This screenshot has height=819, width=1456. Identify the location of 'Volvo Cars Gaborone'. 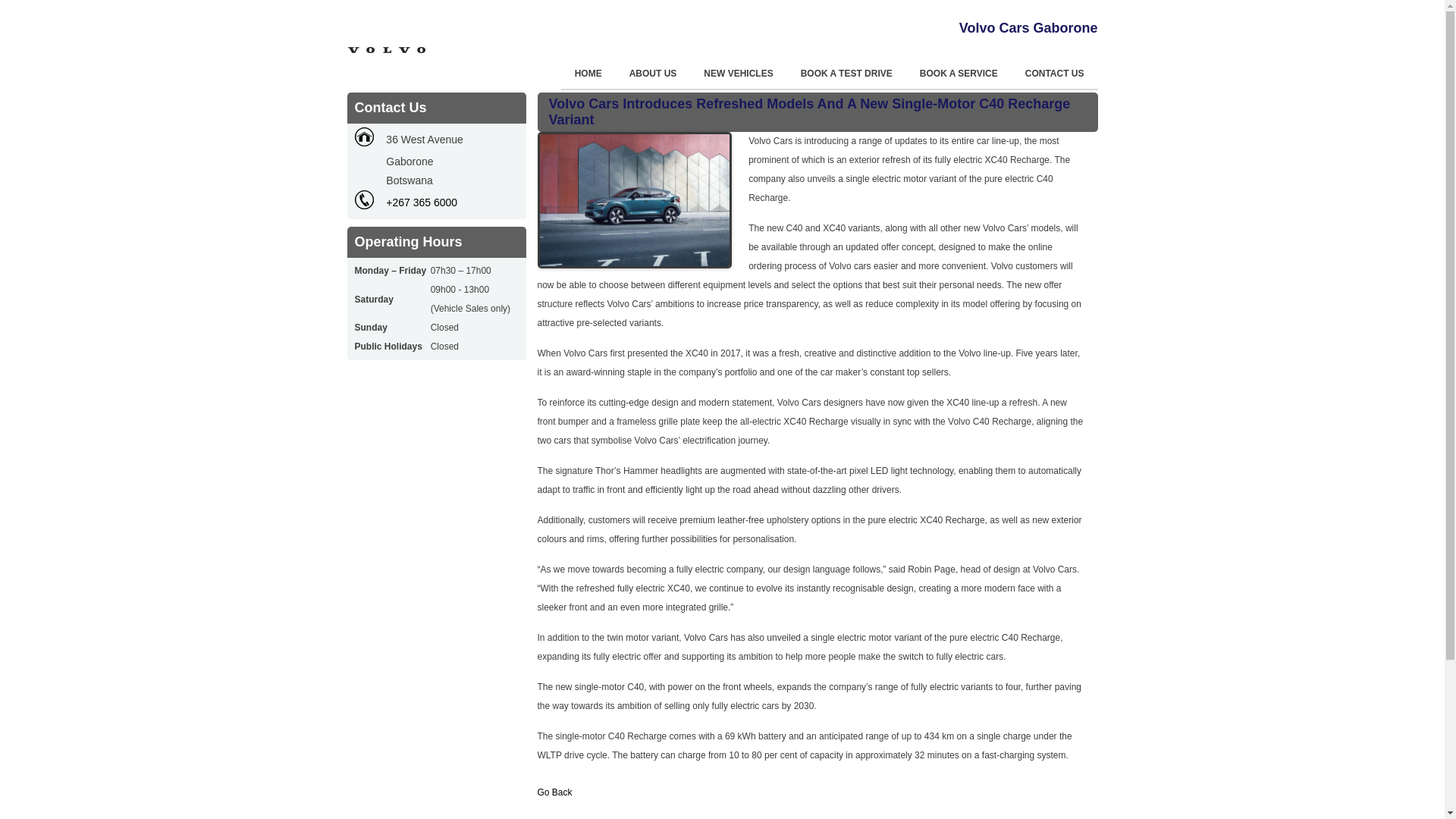
(959, 28).